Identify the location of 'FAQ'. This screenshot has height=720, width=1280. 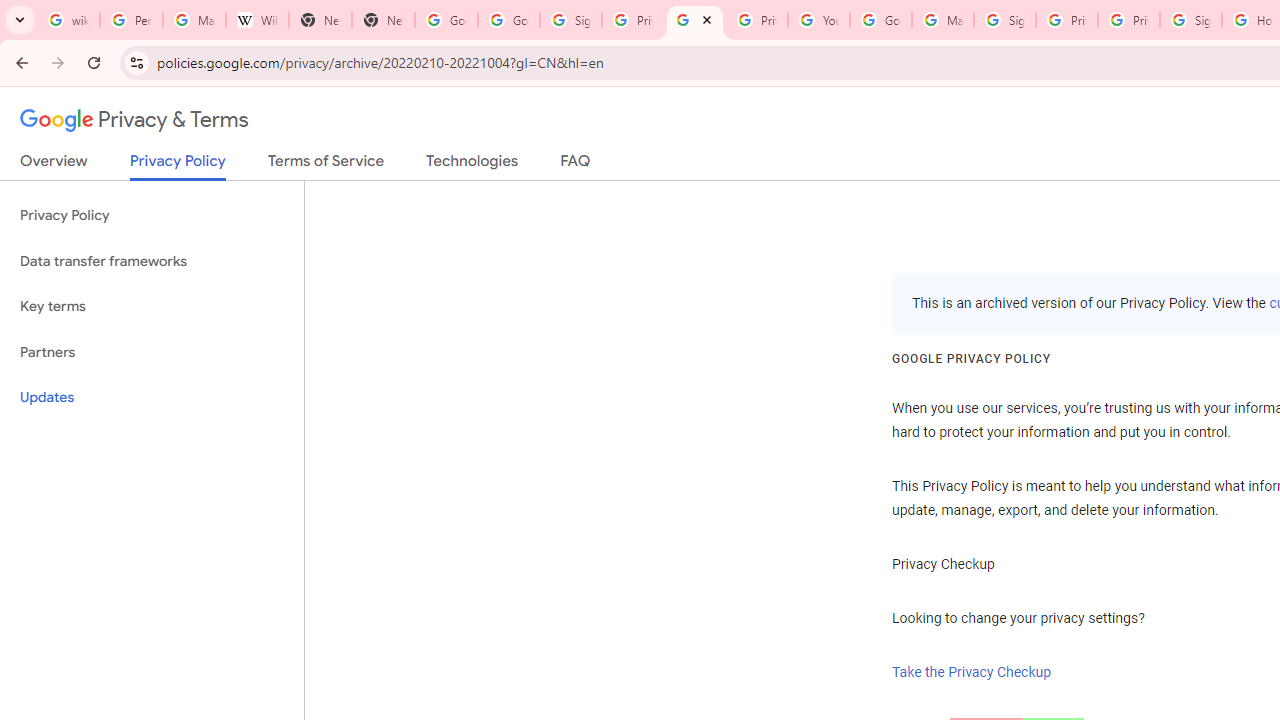
(575, 164).